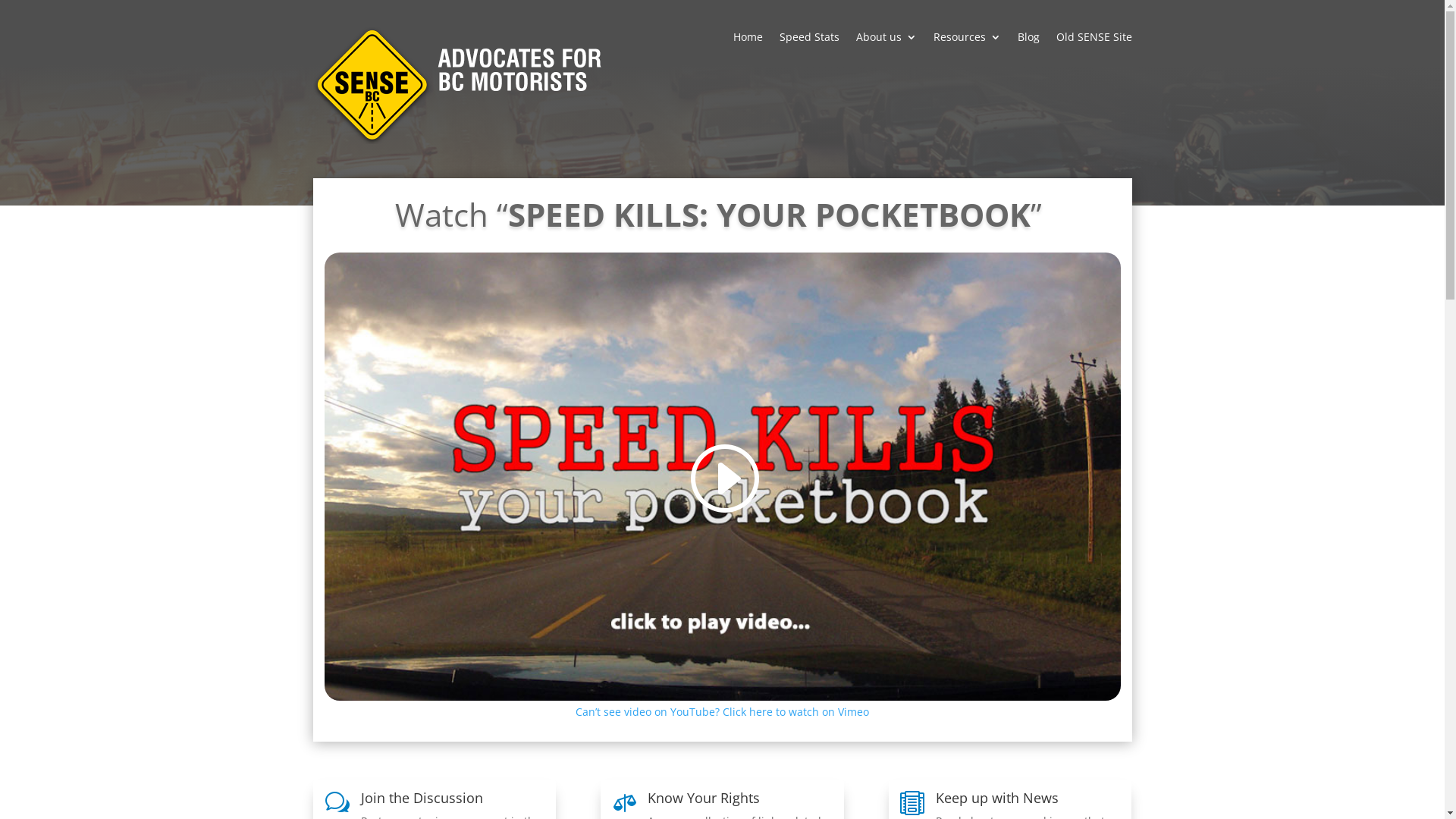 This screenshot has height=819, width=1456. I want to click on 'Old SENSE Site', so click(1093, 47).